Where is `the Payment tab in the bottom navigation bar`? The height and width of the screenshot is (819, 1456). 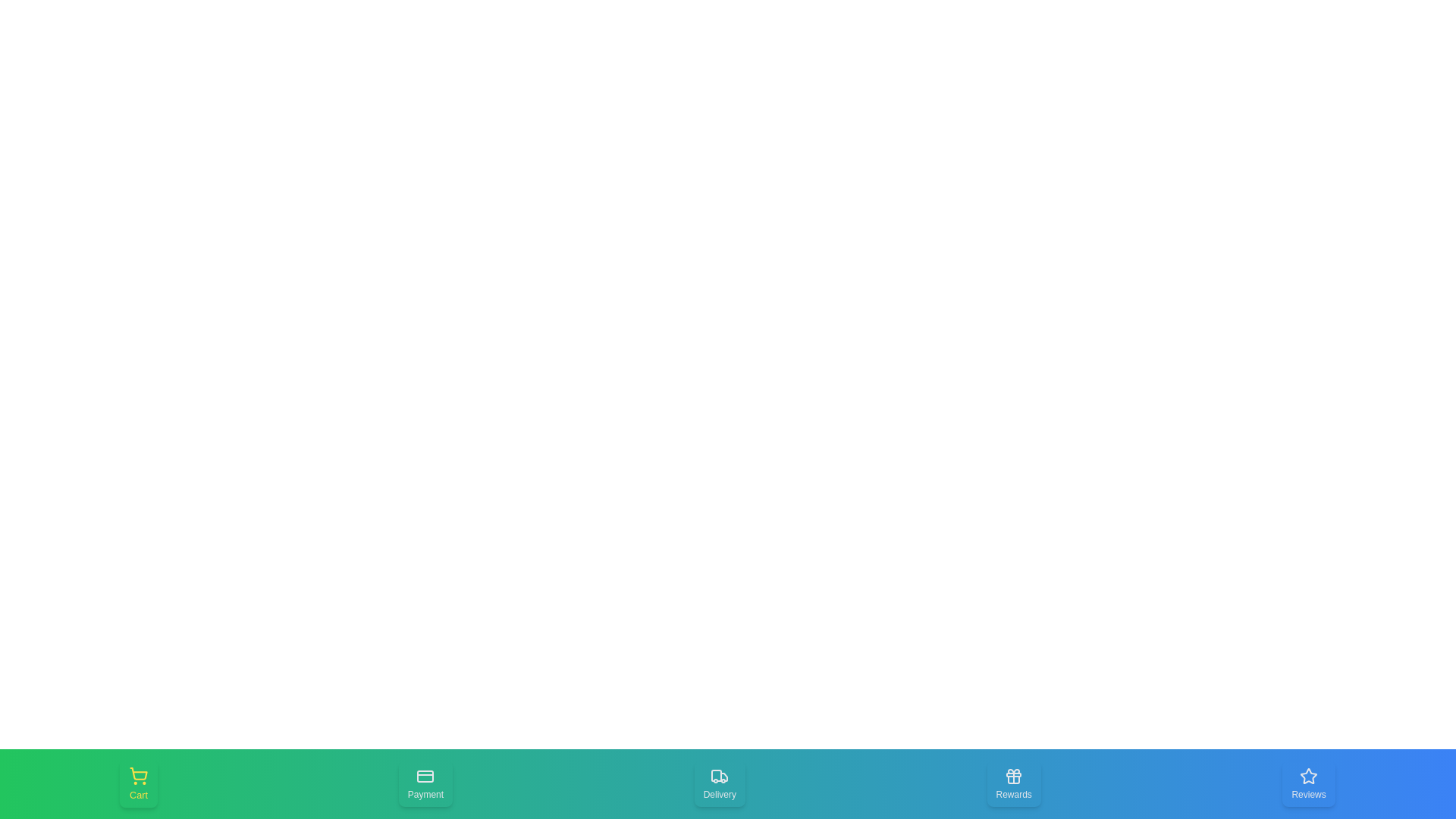
the Payment tab in the bottom navigation bar is located at coordinates (425, 783).